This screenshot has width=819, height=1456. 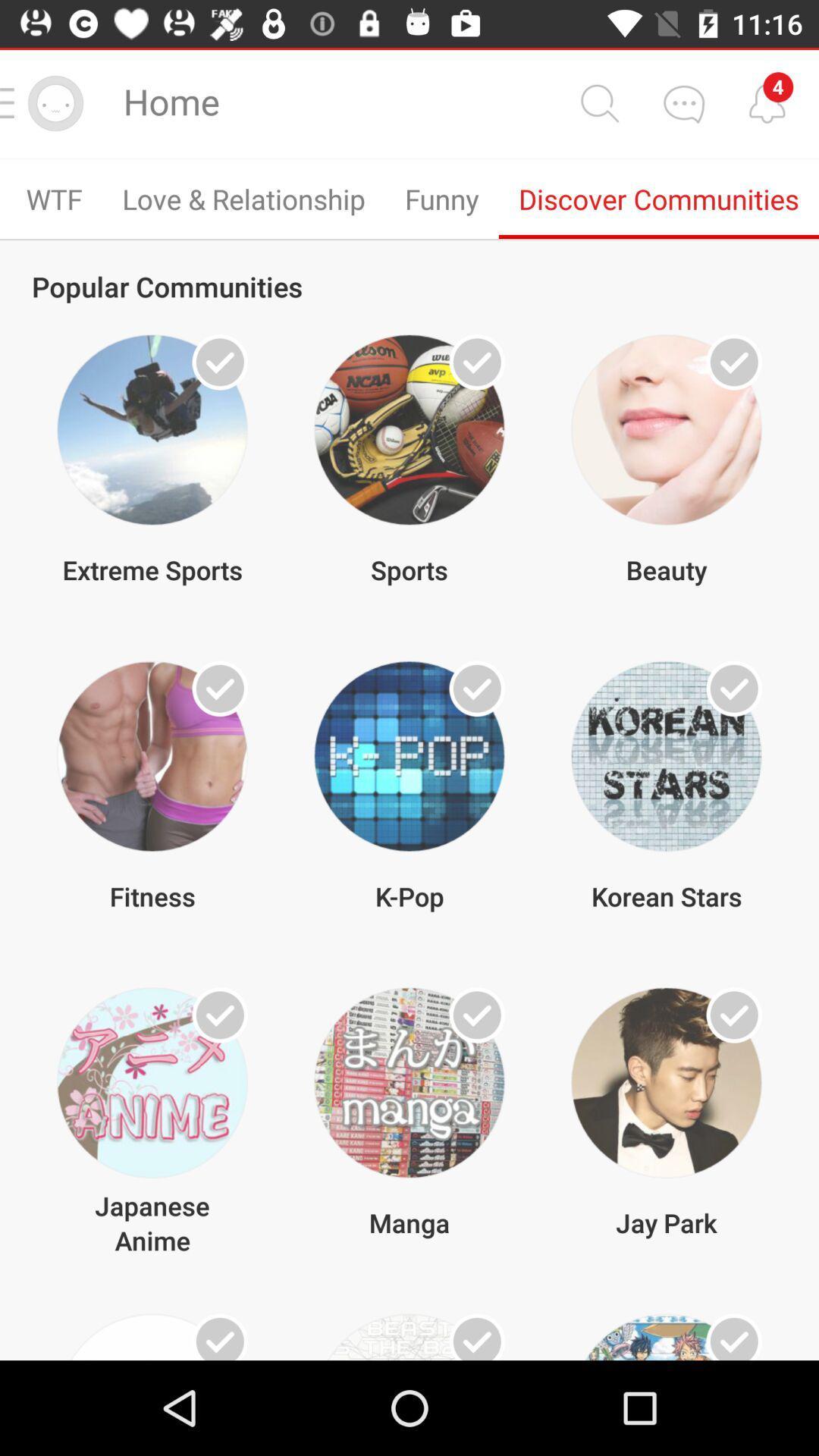 What do you see at coordinates (220, 1337) in the screenshot?
I see `this selection` at bounding box center [220, 1337].